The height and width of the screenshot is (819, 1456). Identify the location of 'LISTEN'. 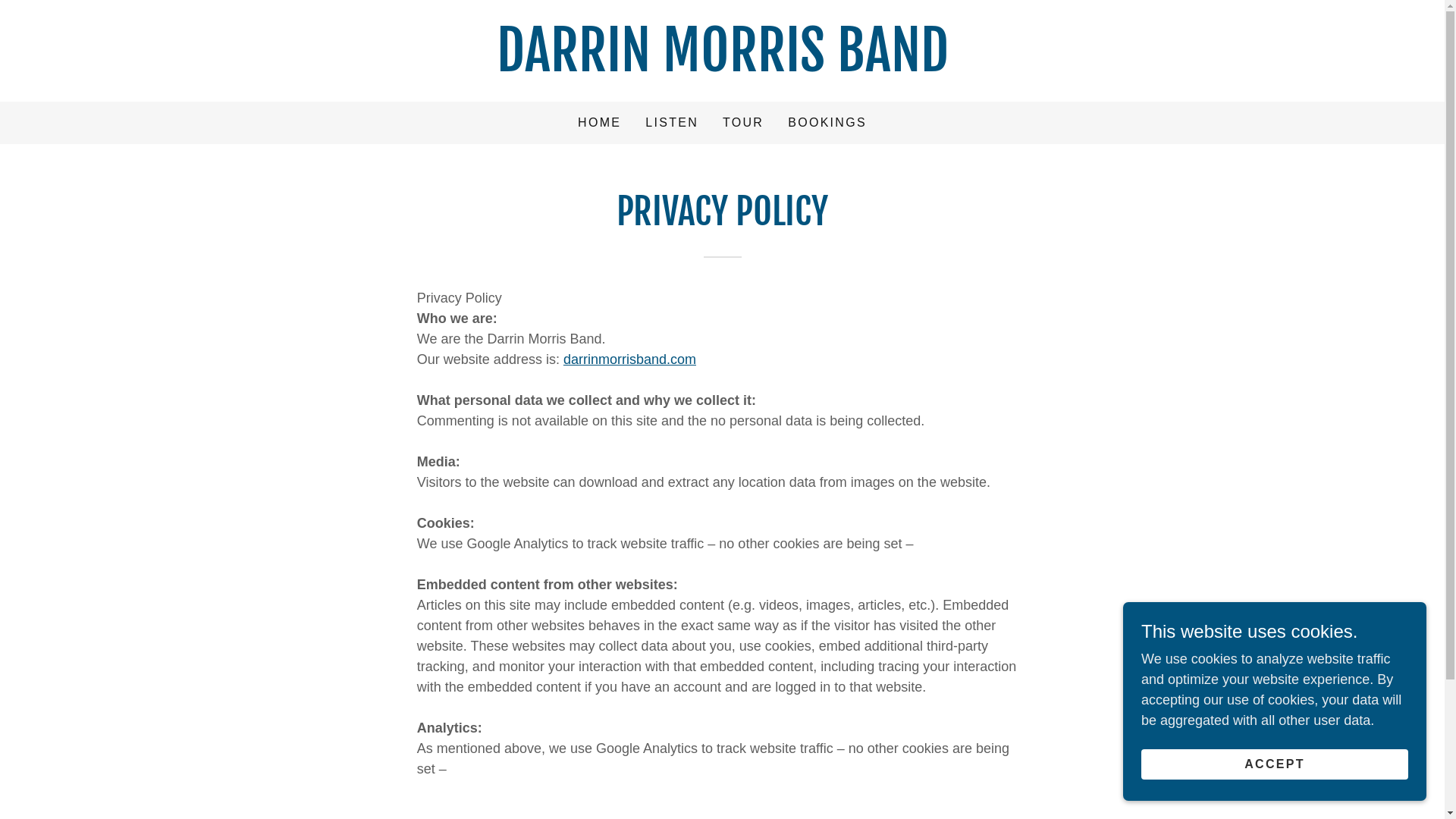
(671, 122).